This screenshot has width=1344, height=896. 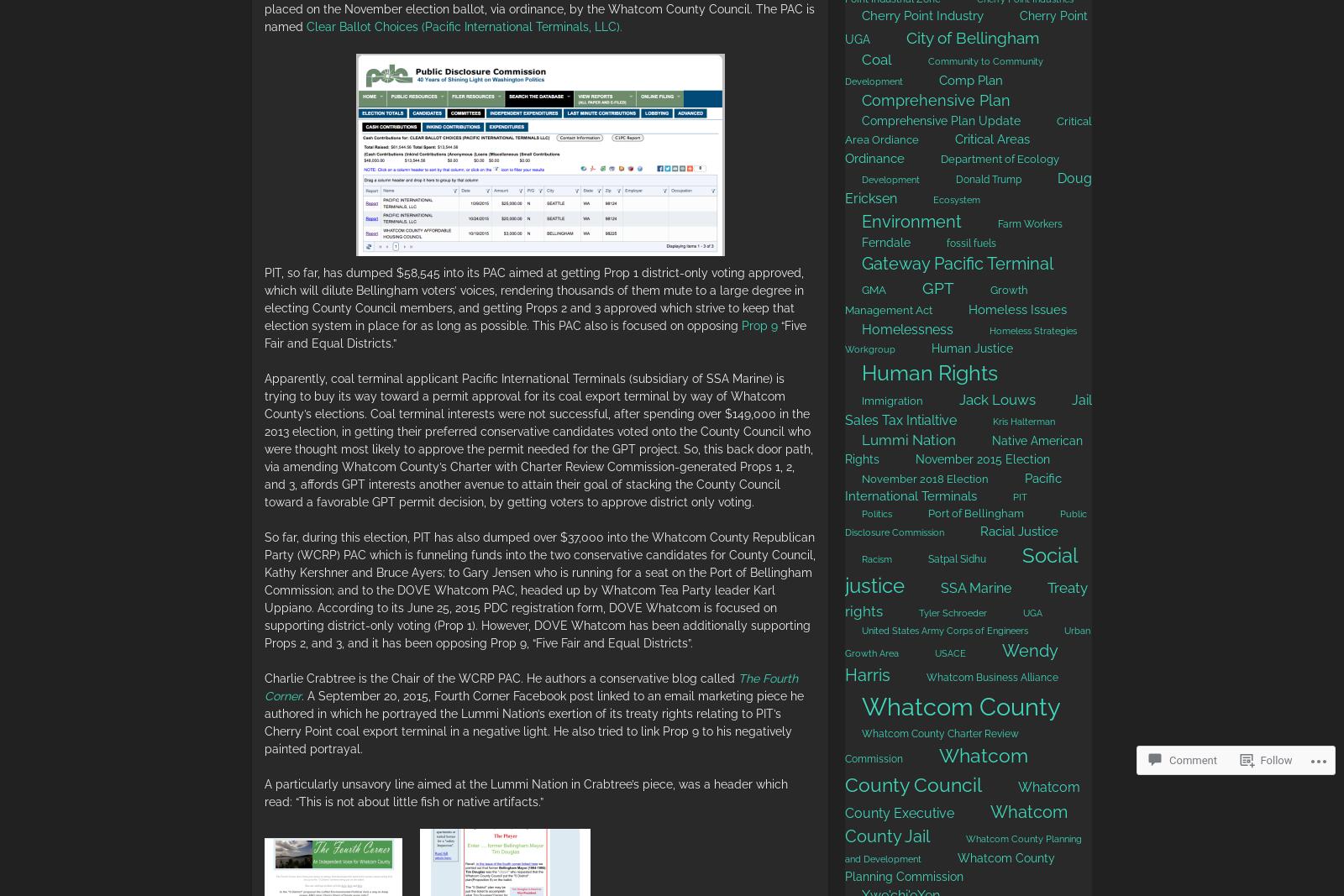 I want to click on 'Homeless Strategies Workgroup', so click(x=961, y=338).